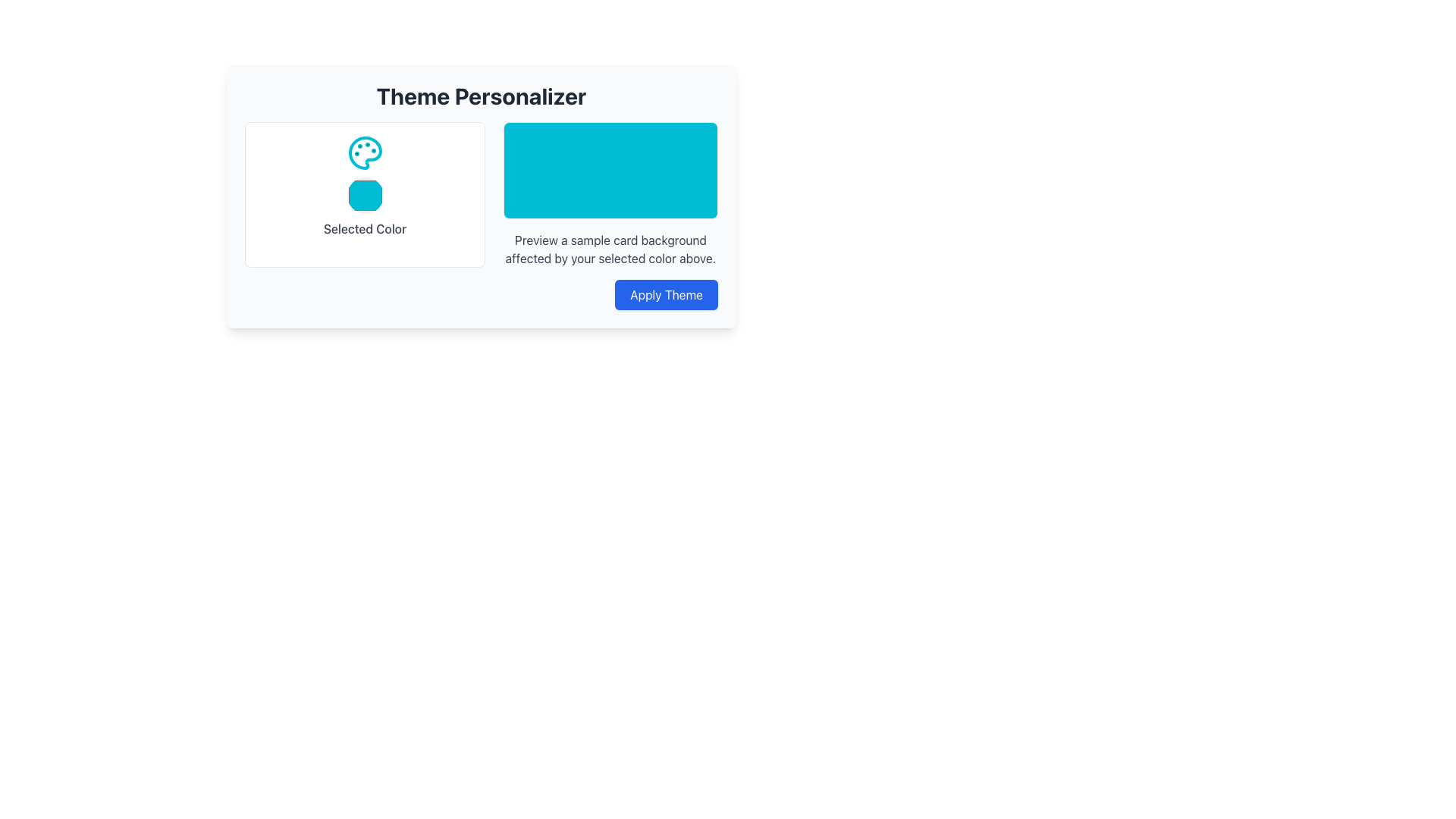 The height and width of the screenshot is (819, 1456). I want to click on the Text Label that indicates the selection status of the color preview above it, located in the left section of the card layout, so click(365, 228).